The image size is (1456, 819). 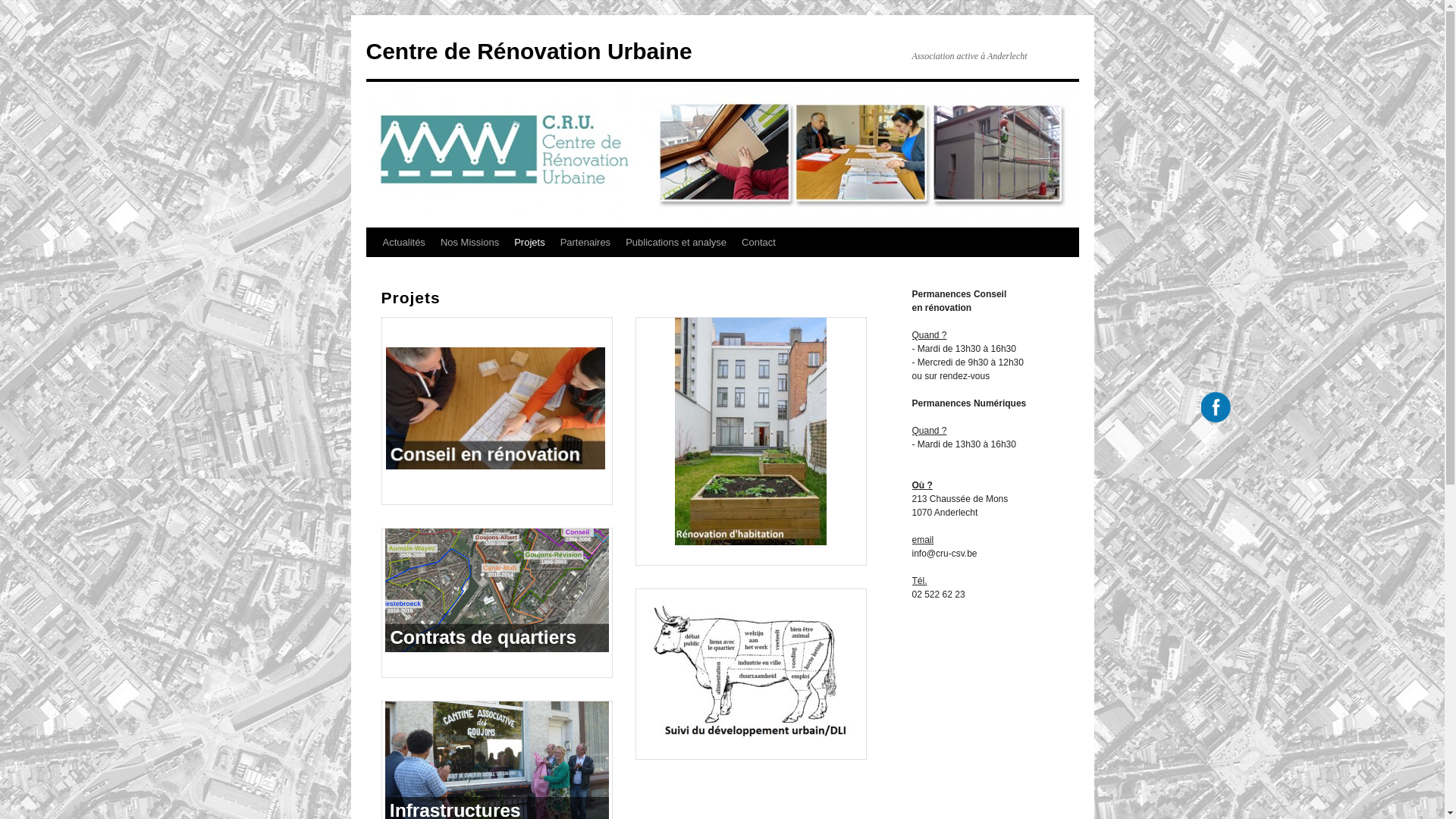 I want to click on 'Nos Missions', so click(x=469, y=242).